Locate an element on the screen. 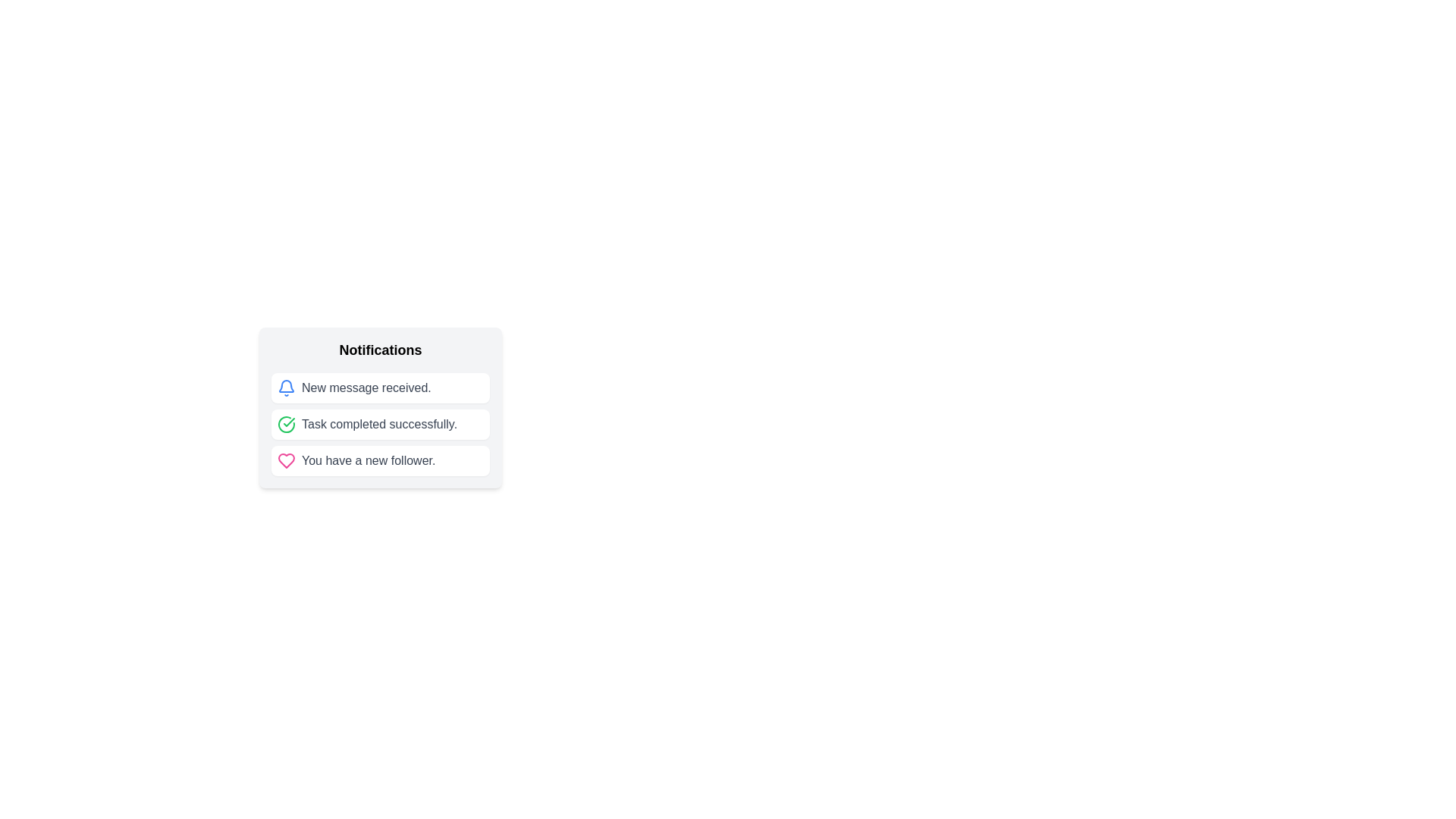 Image resolution: width=1456 pixels, height=819 pixels. the notification icon located at the top of the notification content section, which serves as a visual indicator for notifications is located at coordinates (287, 385).